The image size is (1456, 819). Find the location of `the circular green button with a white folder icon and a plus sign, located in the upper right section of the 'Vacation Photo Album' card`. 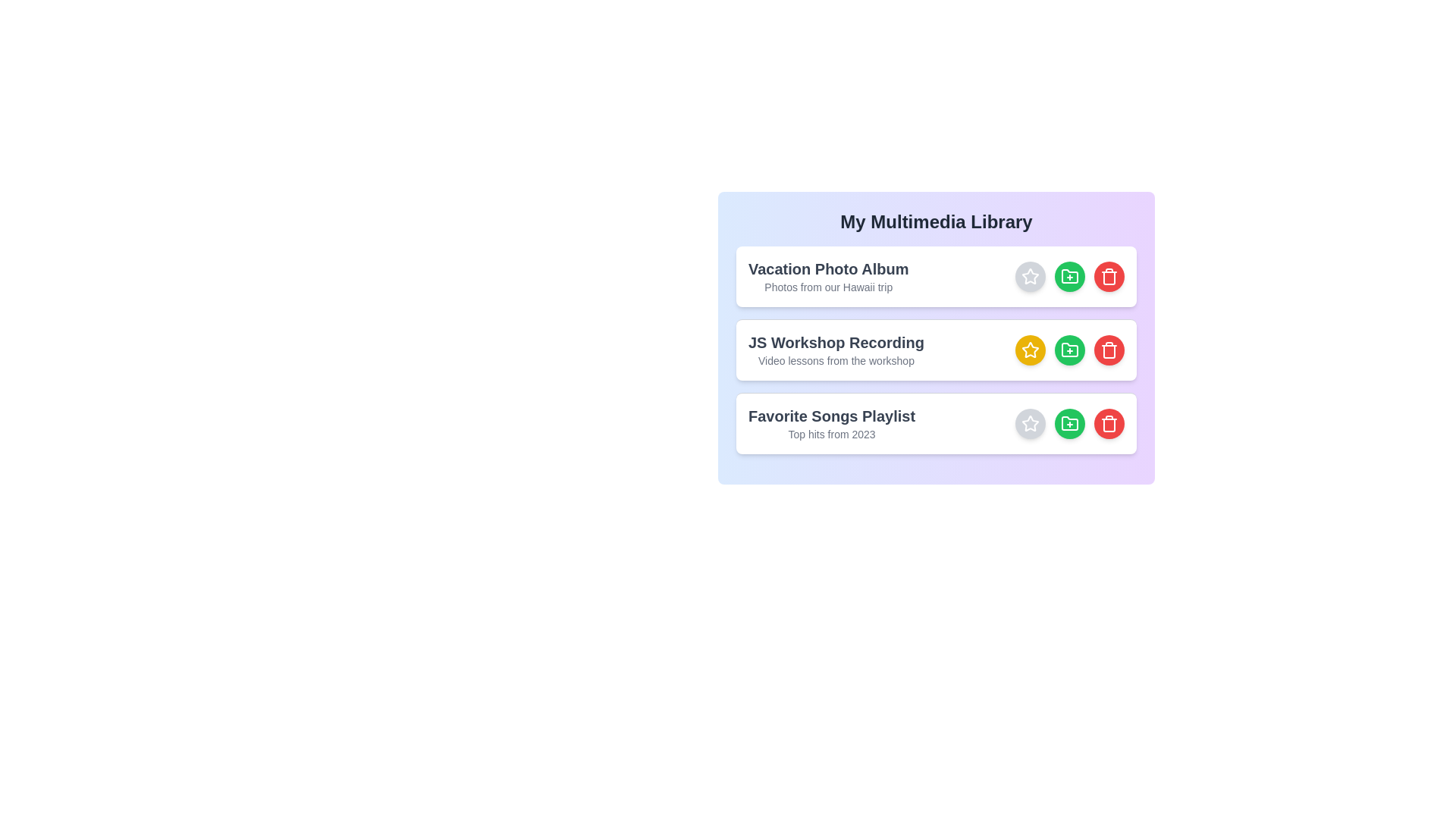

the circular green button with a white folder icon and a plus sign, located in the upper right section of the 'Vacation Photo Album' card is located at coordinates (1069, 277).